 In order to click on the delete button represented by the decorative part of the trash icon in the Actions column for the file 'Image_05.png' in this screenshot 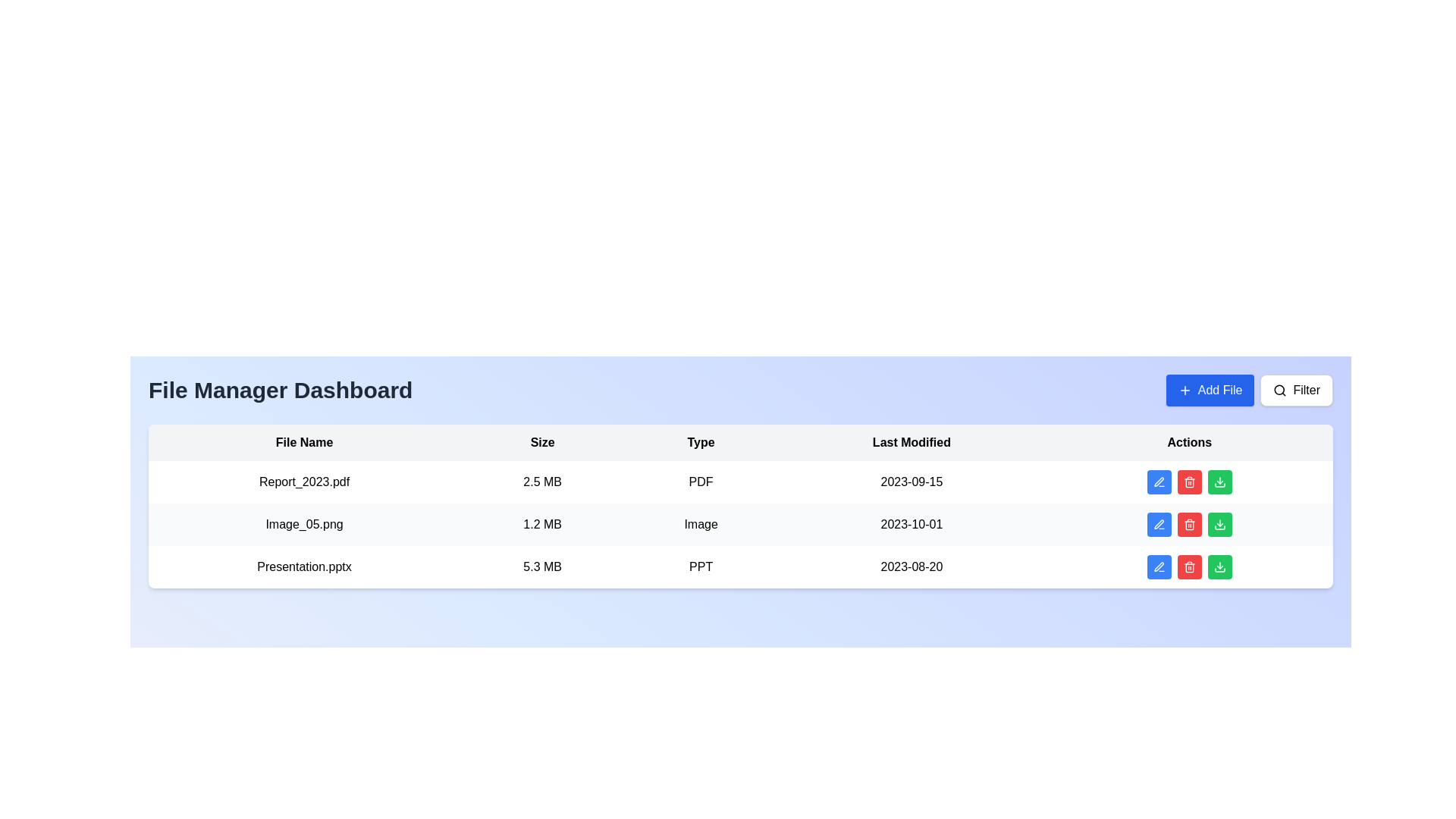, I will do `click(1188, 525)`.